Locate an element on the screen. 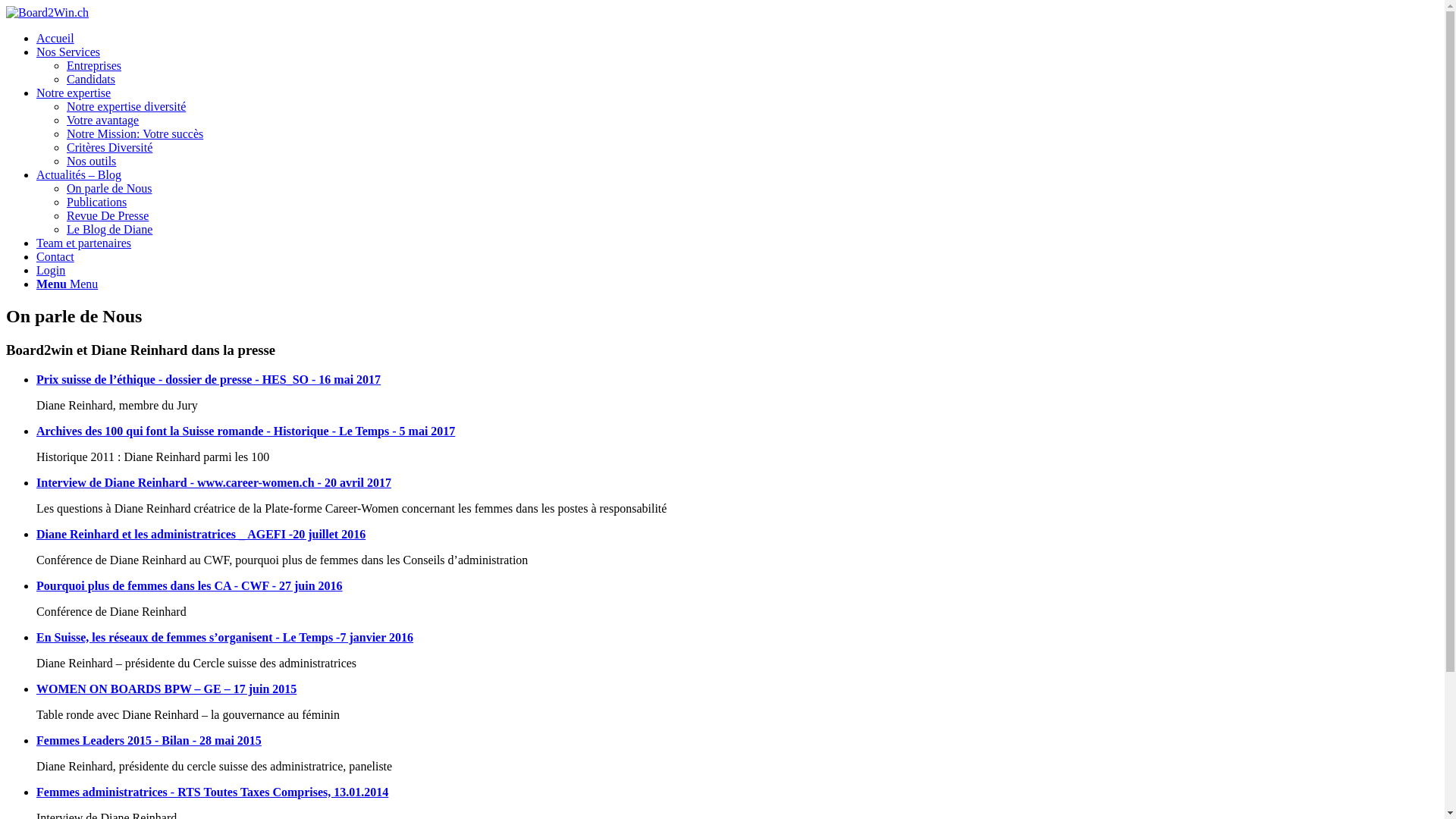 The image size is (1456, 819). 'Entreprises' is located at coordinates (93, 64).